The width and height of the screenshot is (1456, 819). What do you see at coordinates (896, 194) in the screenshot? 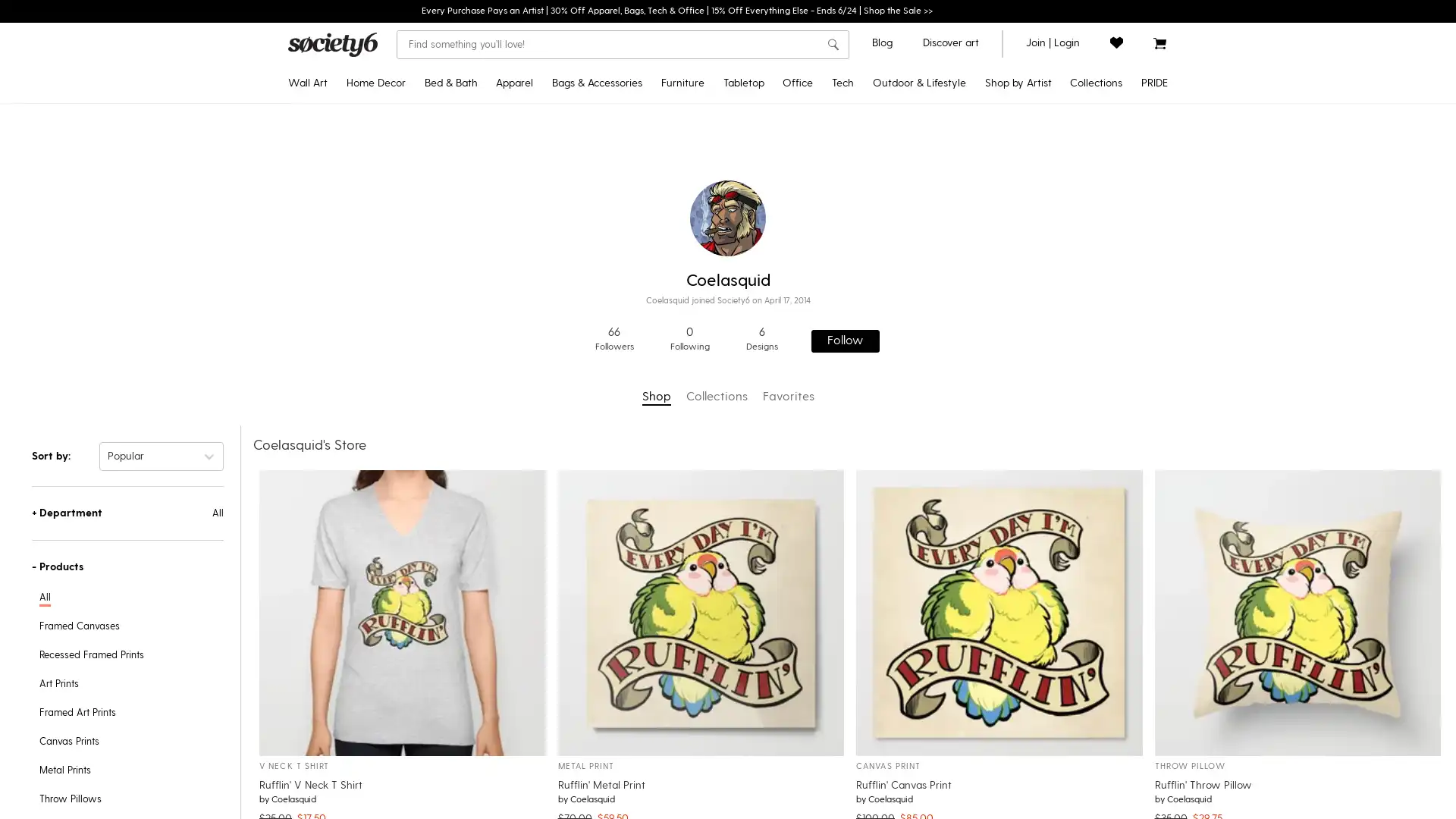
I see `Android Wallet Cases` at bounding box center [896, 194].